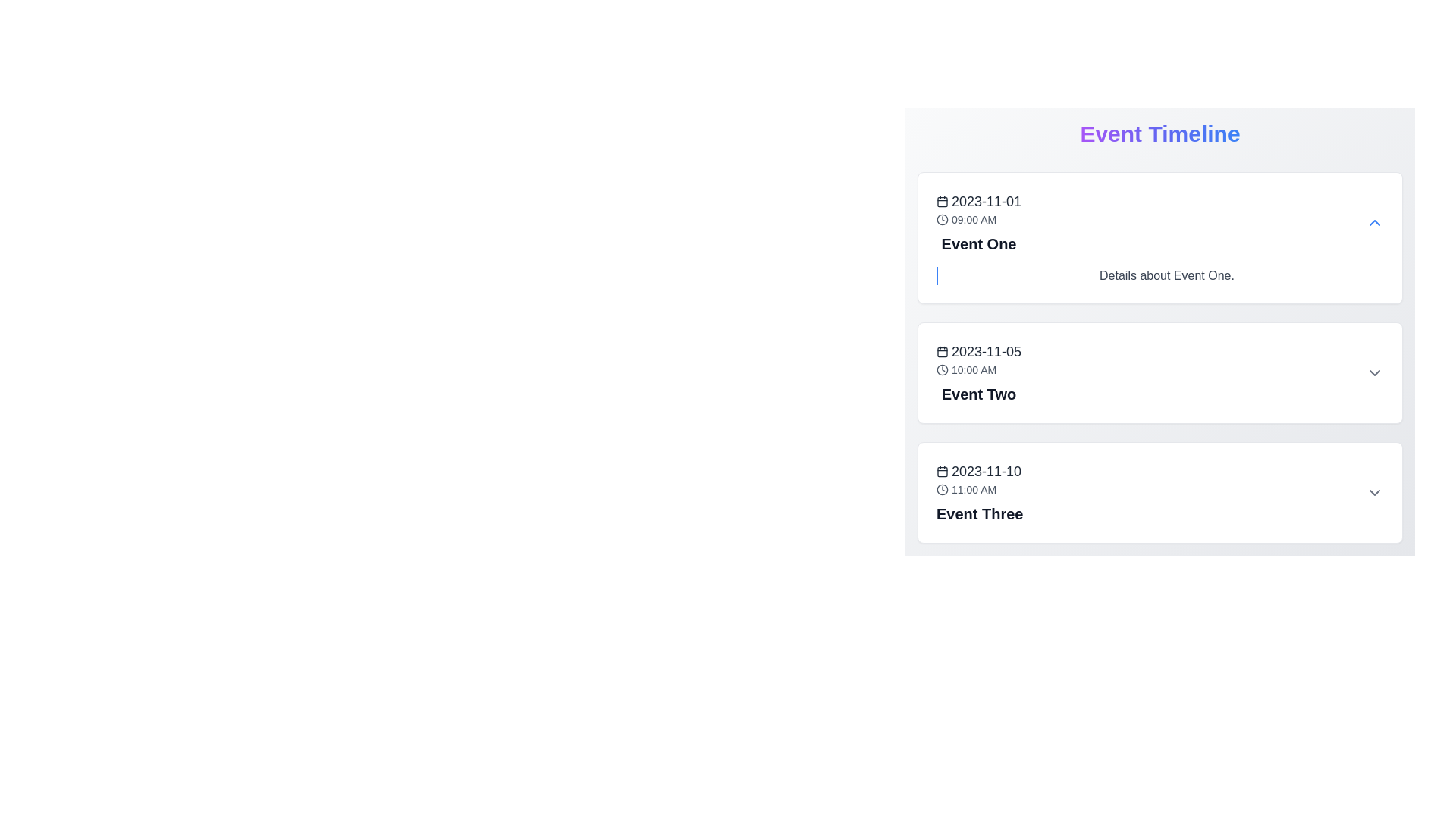 The height and width of the screenshot is (819, 1456). I want to click on the static text block that reads 'Details about Event One.', which is styled with a left vertical blue border and is located inside the panel for 'Event One', so click(1159, 275).